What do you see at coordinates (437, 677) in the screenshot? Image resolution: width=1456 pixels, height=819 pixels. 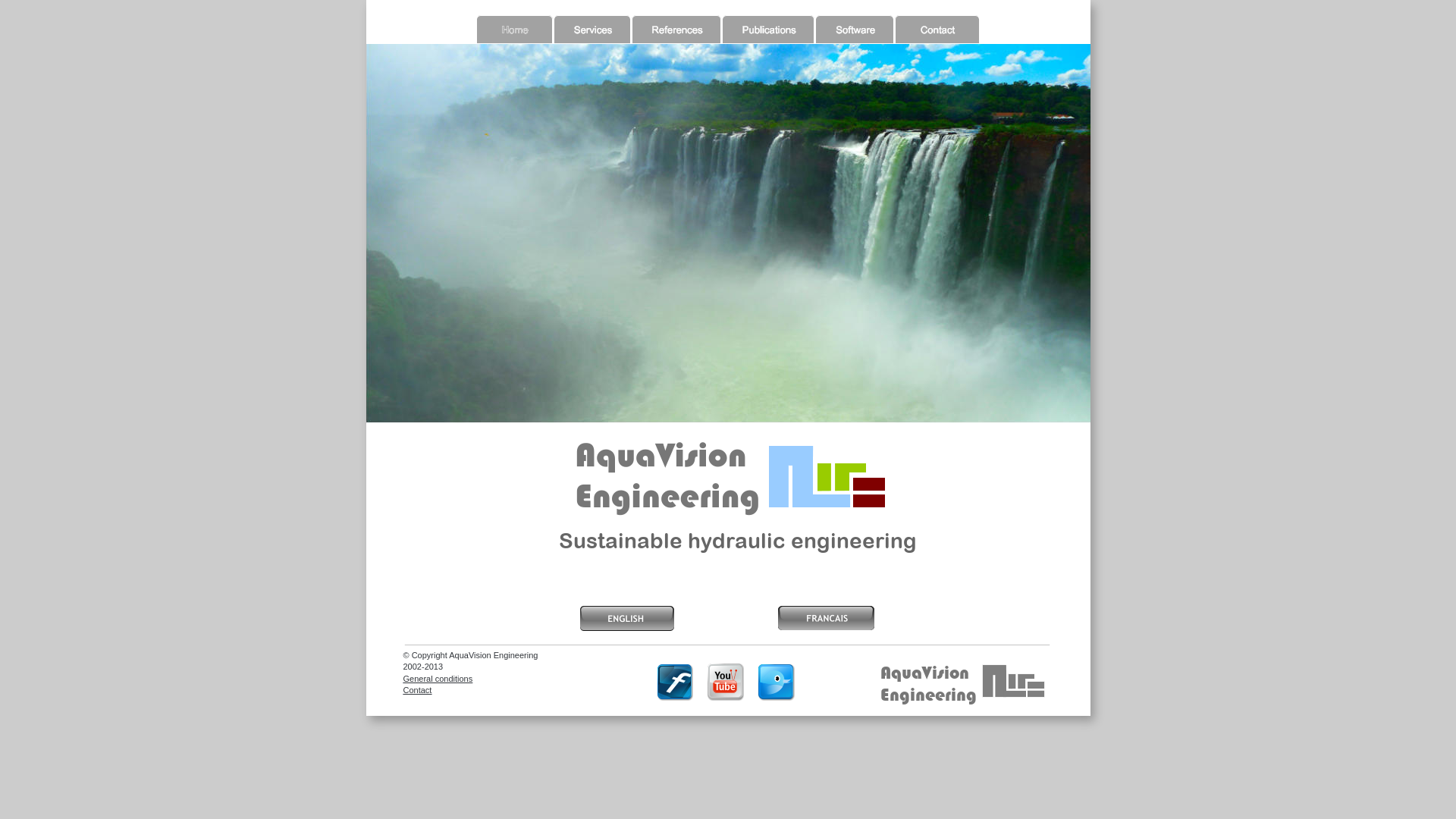 I see `'General conditions'` at bounding box center [437, 677].